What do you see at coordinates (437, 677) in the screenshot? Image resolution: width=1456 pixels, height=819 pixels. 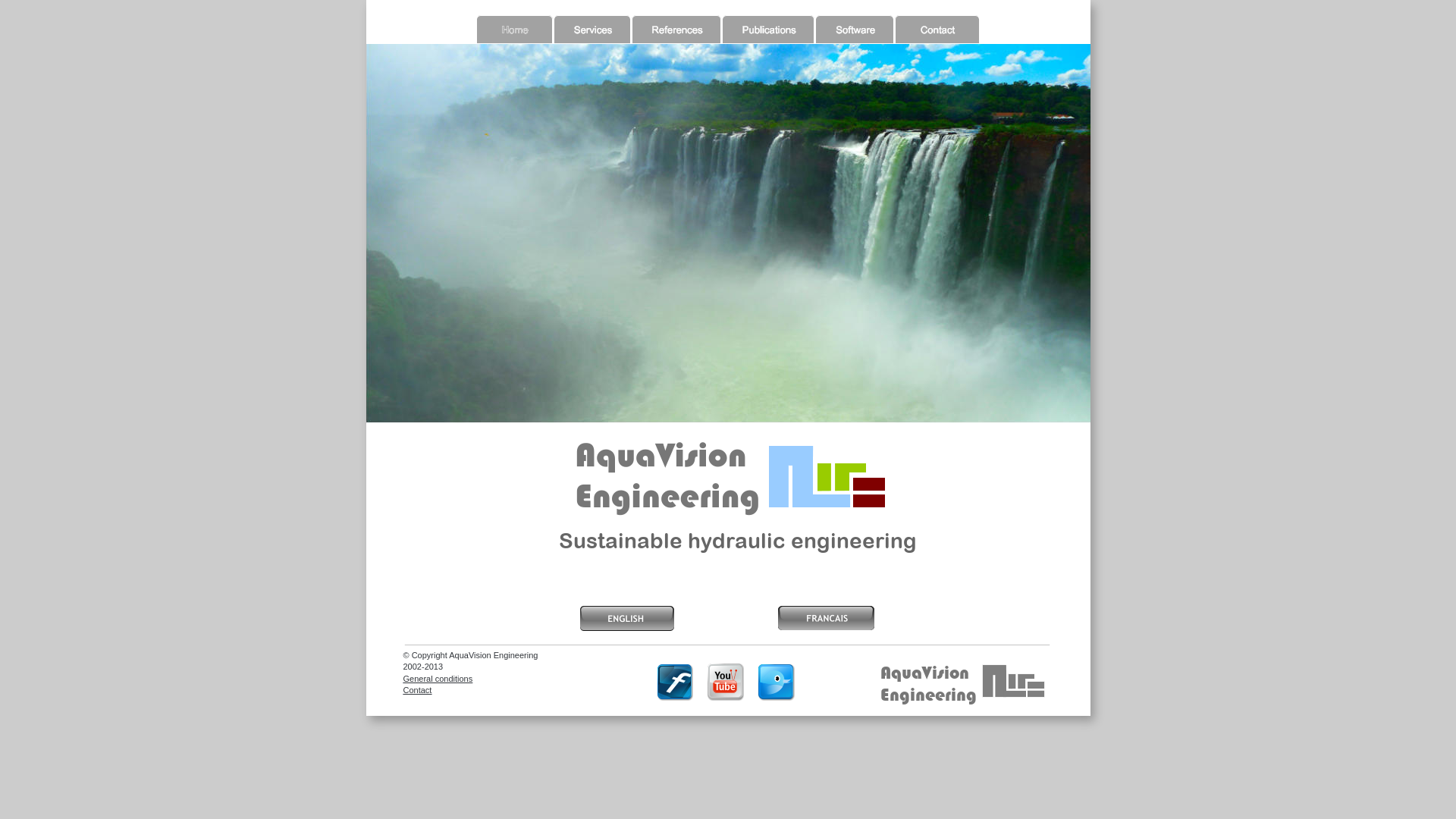 I see `'General conditions'` at bounding box center [437, 677].